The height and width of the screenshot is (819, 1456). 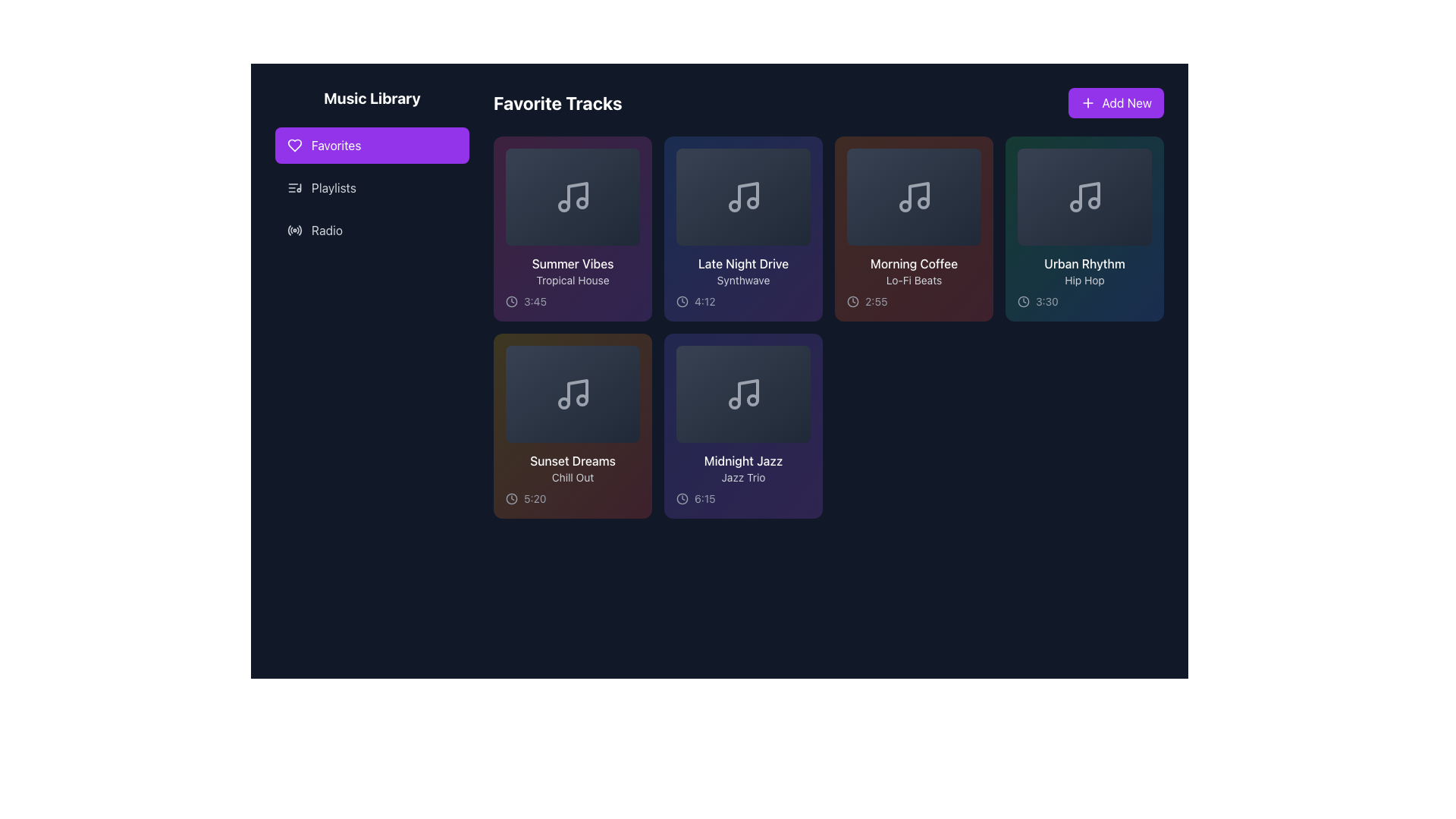 What do you see at coordinates (748, 391) in the screenshot?
I see `the main vertical line of the music icon representing a music track in the 'Midnight Jazz' card located in the last row, second column of the 'Favorite Tracks' grid` at bounding box center [748, 391].